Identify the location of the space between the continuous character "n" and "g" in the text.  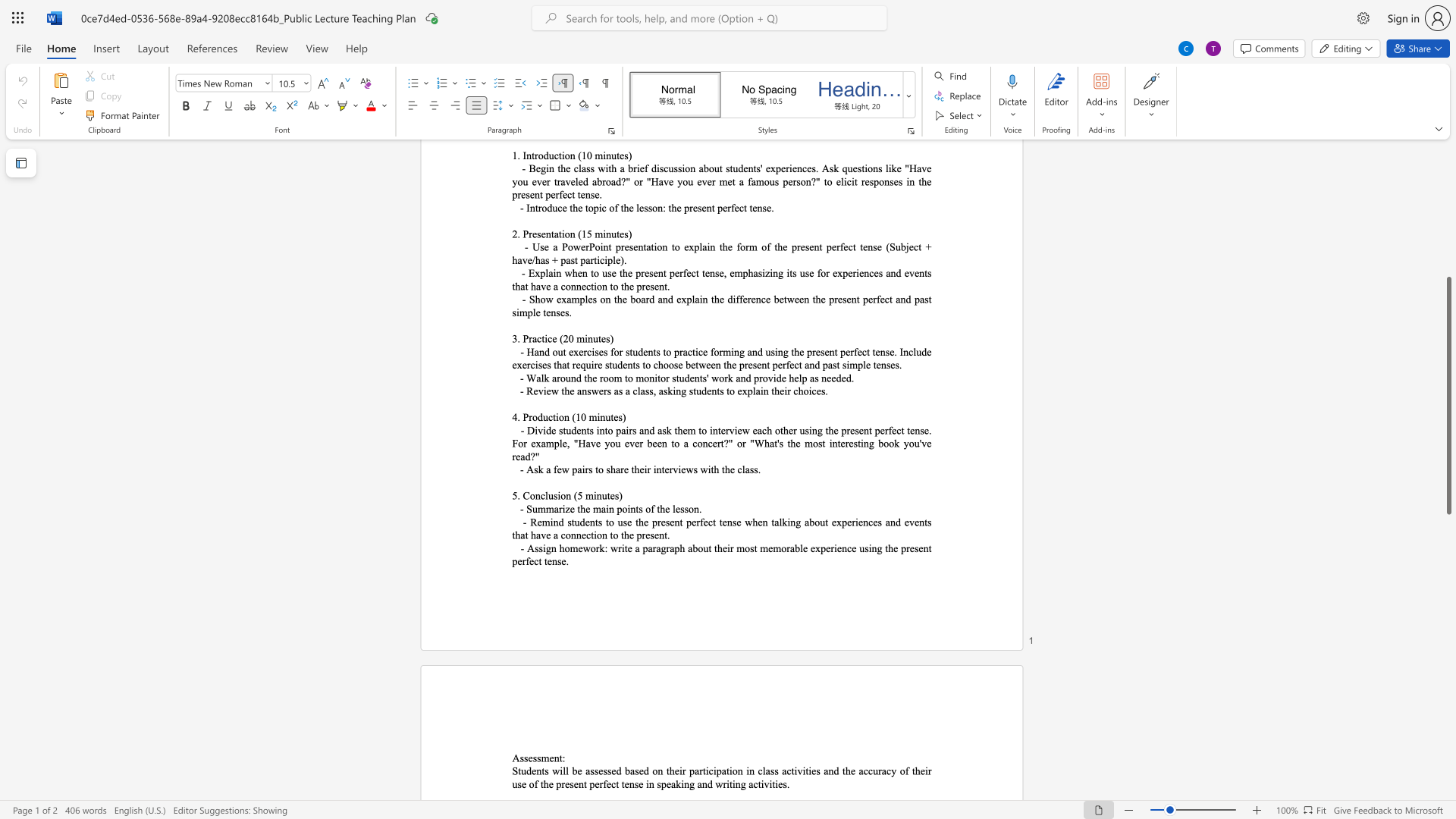
(877, 548).